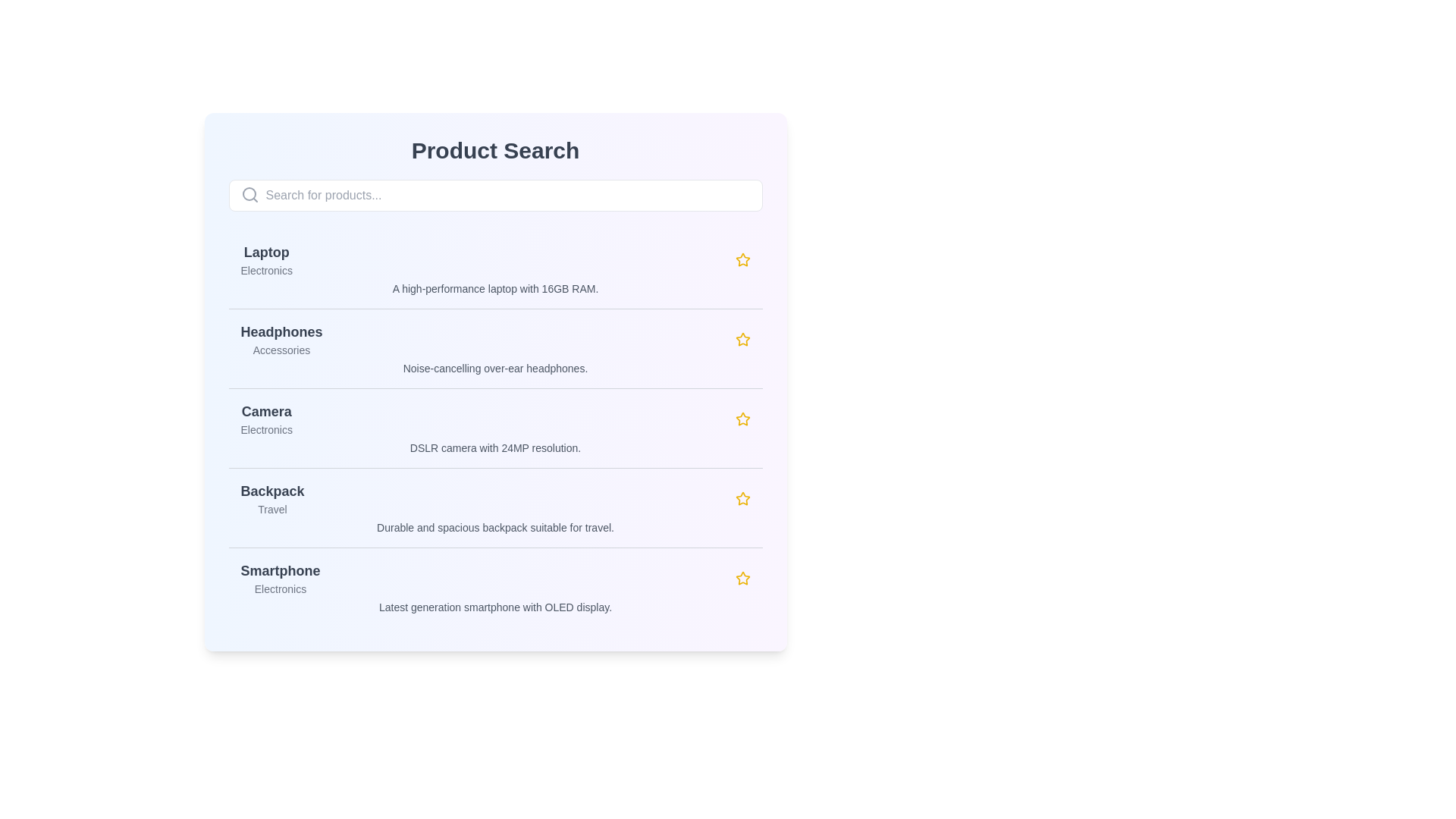  I want to click on the non-interactive Text label that serves as the primary descriptor for a product listing in the catalog, located towards the lower-middle part of the interface, so click(280, 570).